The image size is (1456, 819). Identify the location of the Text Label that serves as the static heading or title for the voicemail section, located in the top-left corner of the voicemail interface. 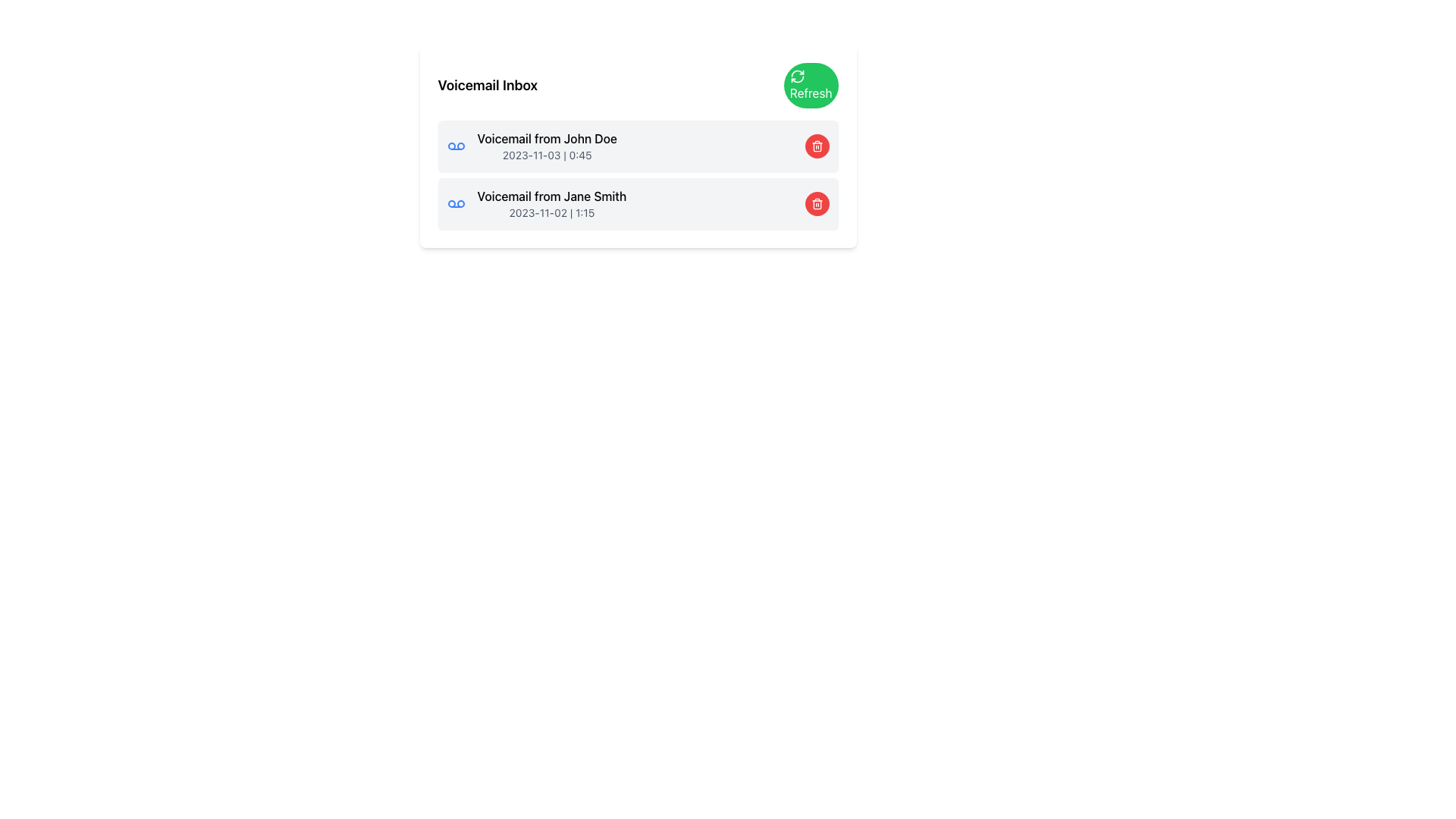
(488, 85).